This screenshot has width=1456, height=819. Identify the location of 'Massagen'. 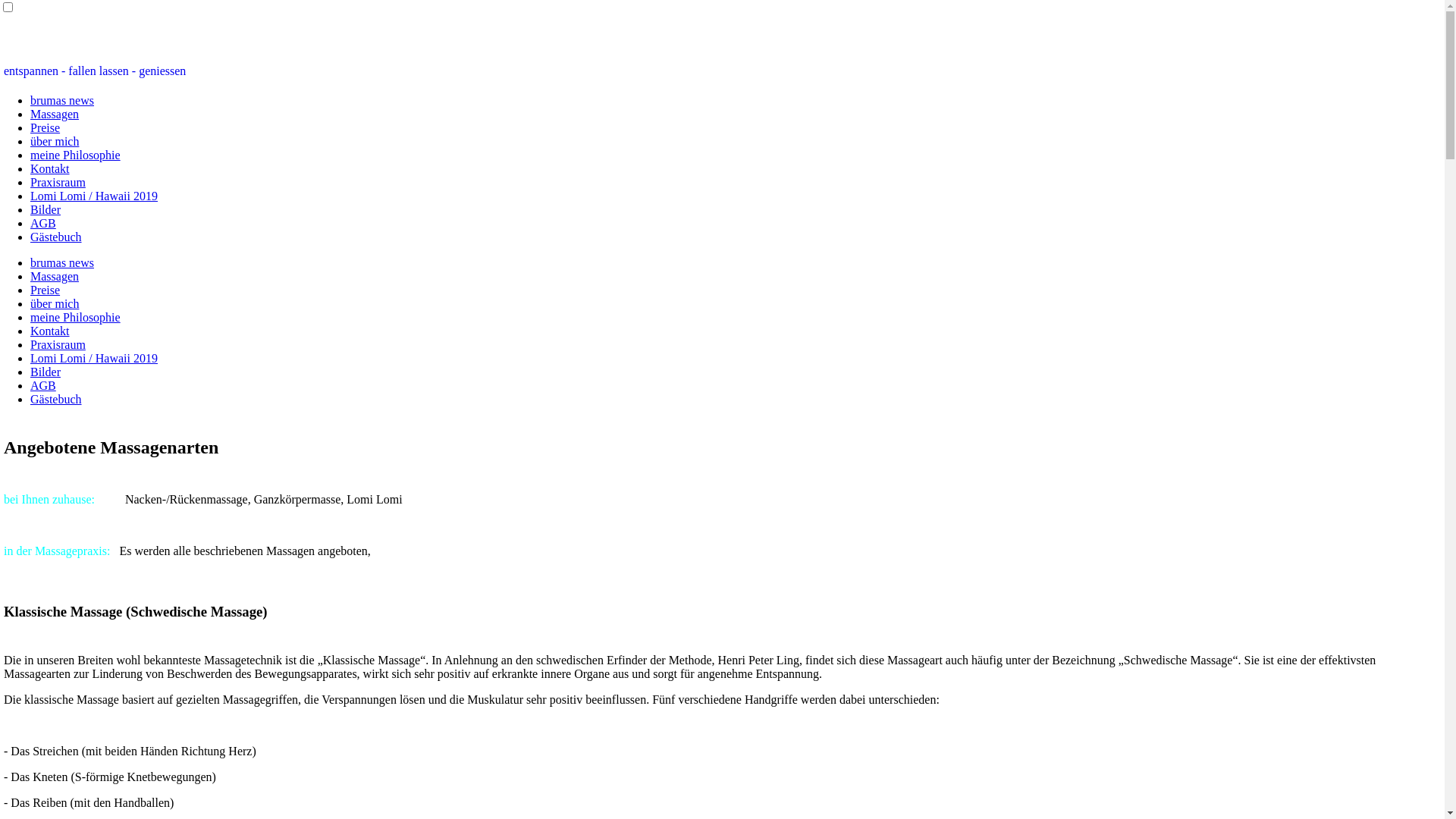
(30, 276).